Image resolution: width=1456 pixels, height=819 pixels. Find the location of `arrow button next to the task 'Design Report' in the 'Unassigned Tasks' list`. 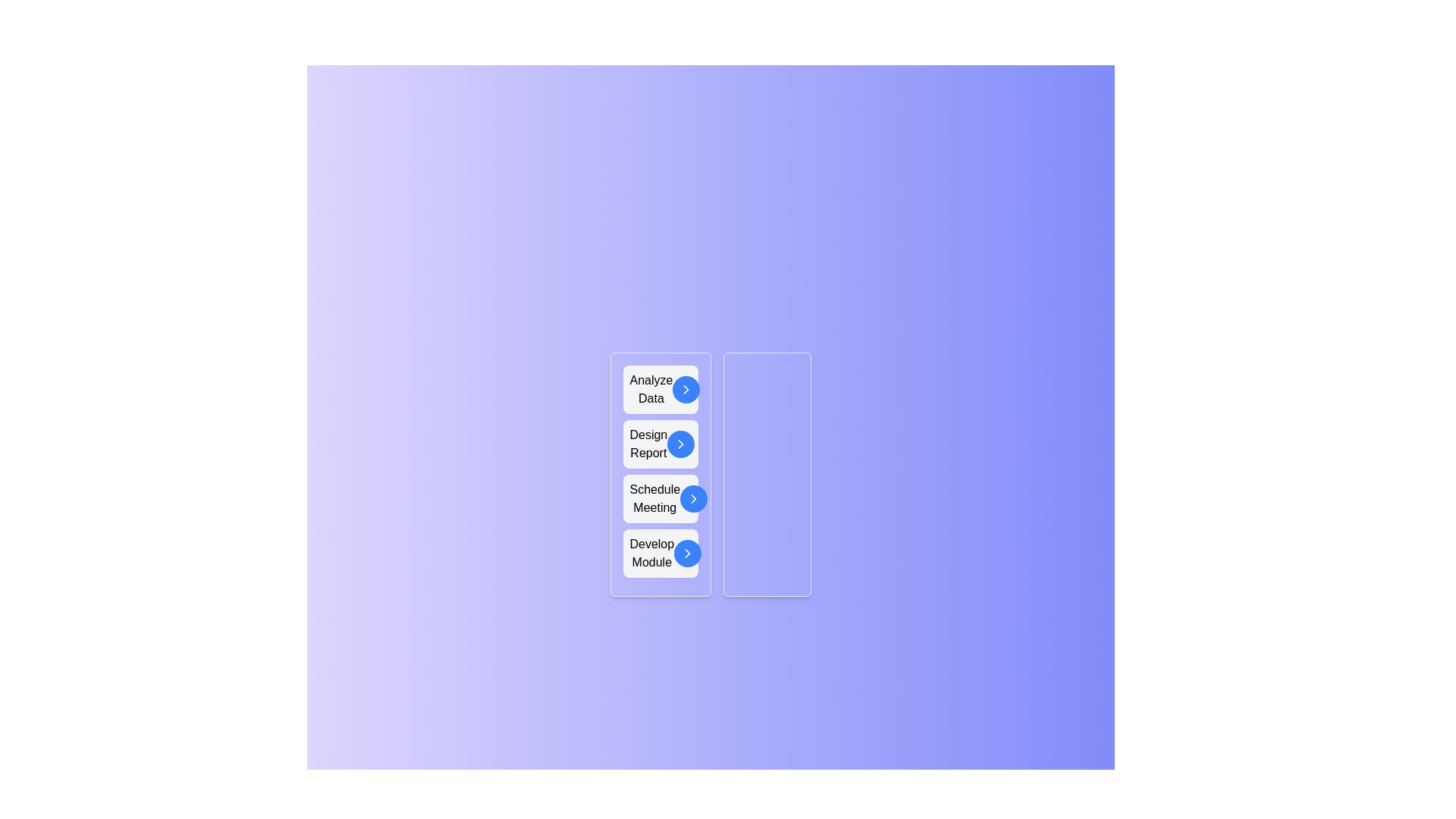

arrow button next to the task 'Design Report' in the 'Unassigned Tasks' list is located at coordinates (680, 444).